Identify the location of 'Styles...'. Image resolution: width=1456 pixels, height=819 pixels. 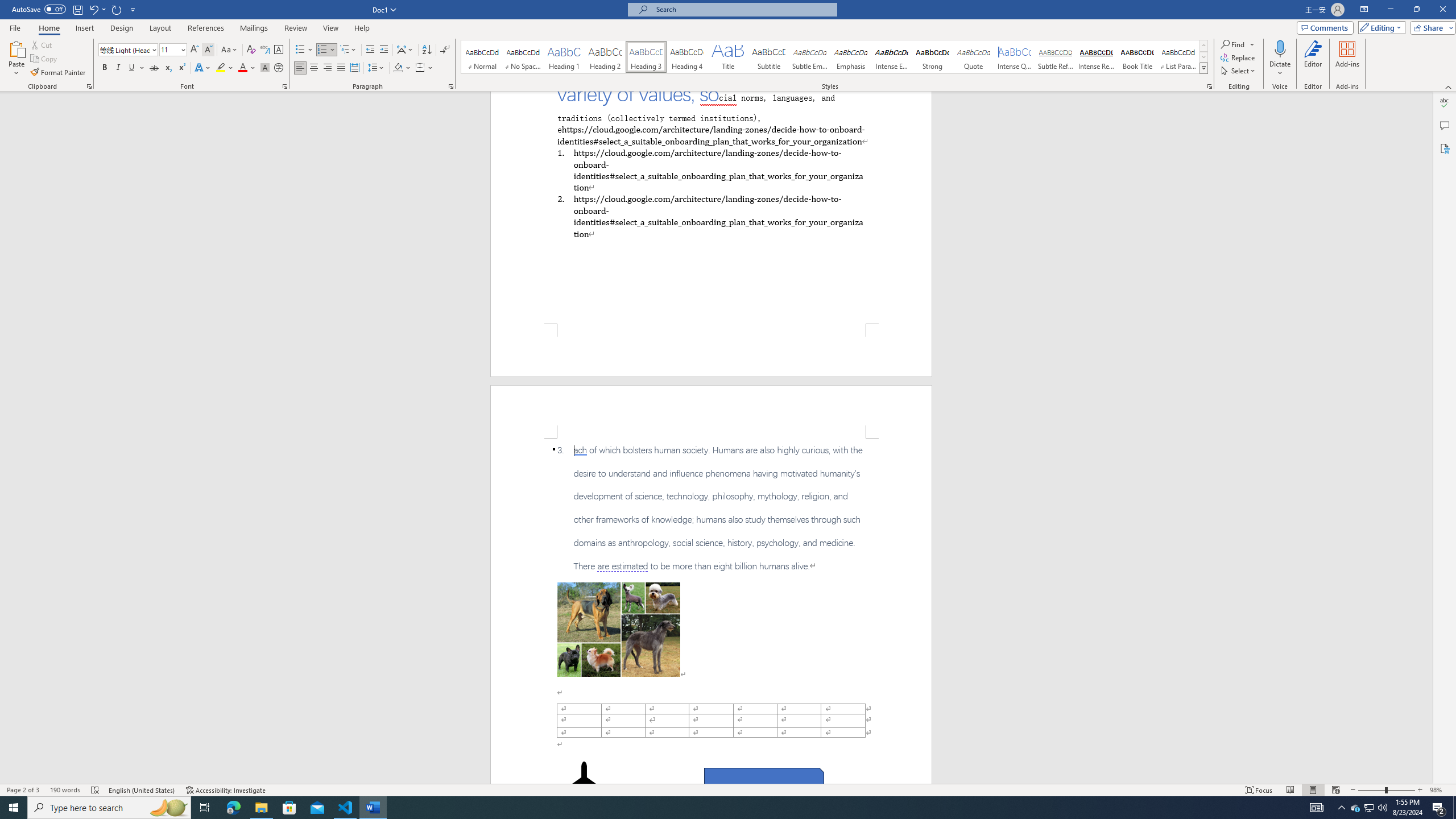
(1210, 85).